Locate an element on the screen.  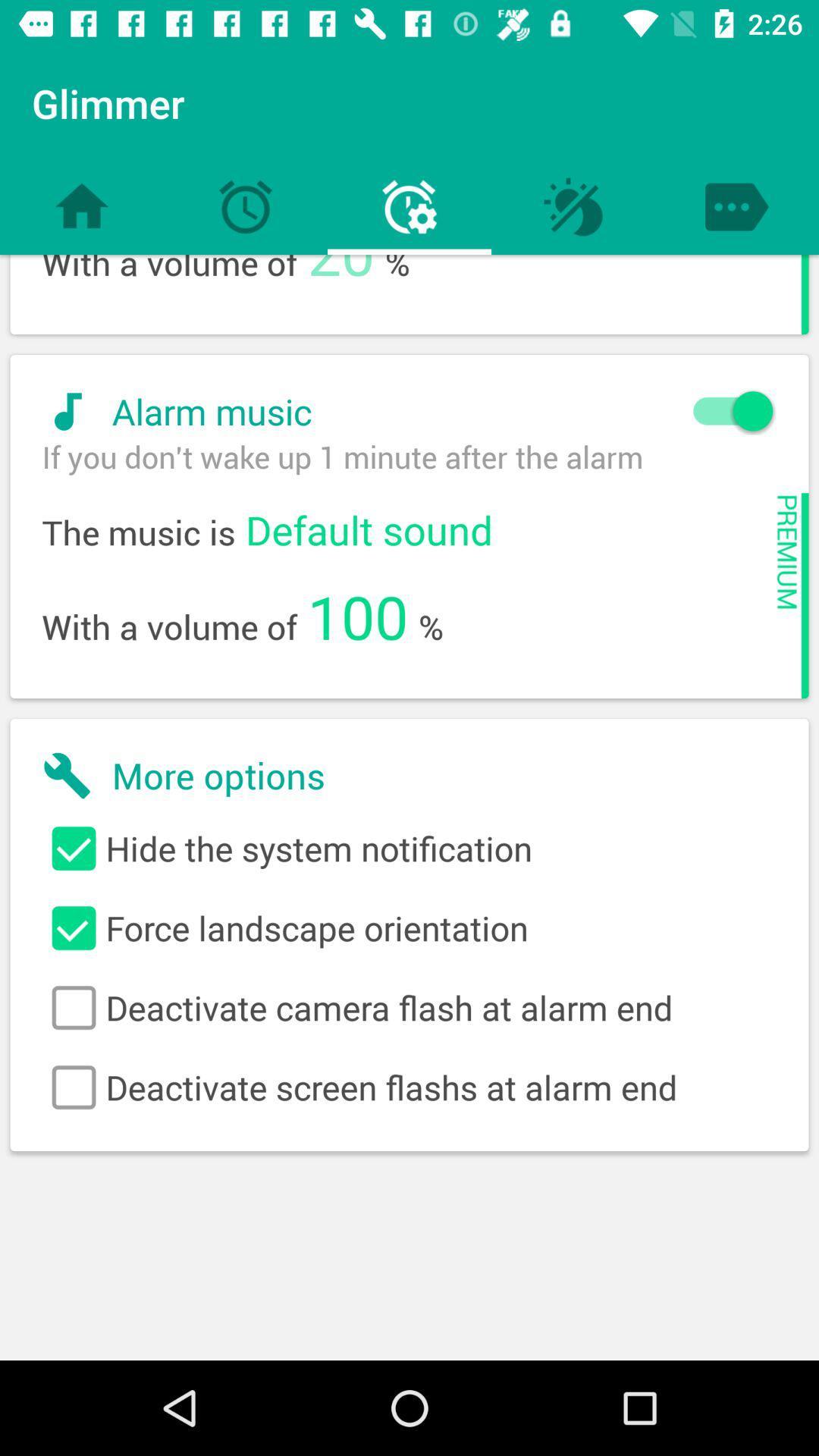
the fifth icon in a row below the text glimmer is located at coordinates (736, 206).